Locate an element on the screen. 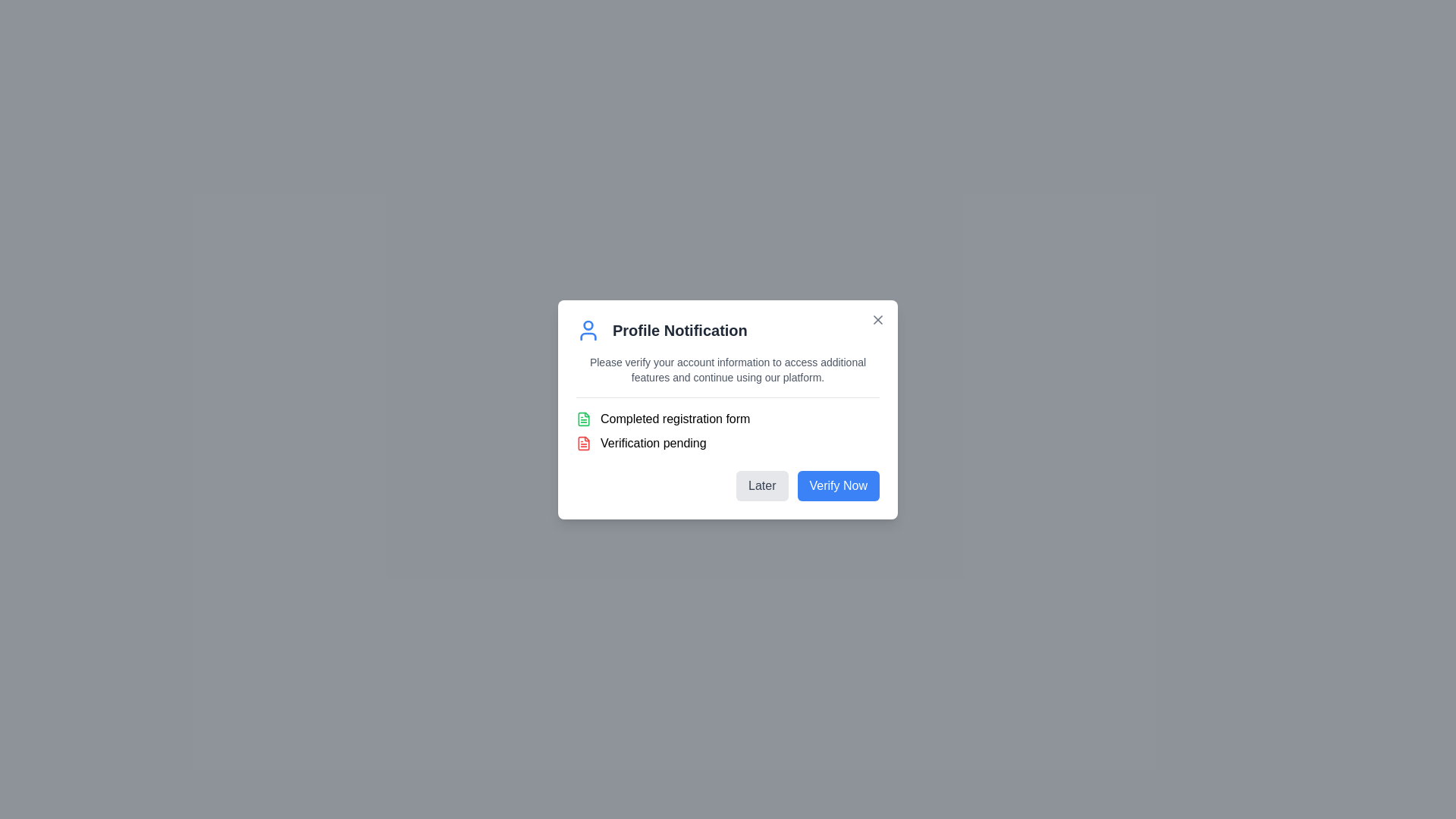 This screenshot has height=819, width=1456. text content of the label displaying 'Completed registration form' in bold black font, located in the 'Profile Notification' dialog interface is located at coordinates (674, 419).